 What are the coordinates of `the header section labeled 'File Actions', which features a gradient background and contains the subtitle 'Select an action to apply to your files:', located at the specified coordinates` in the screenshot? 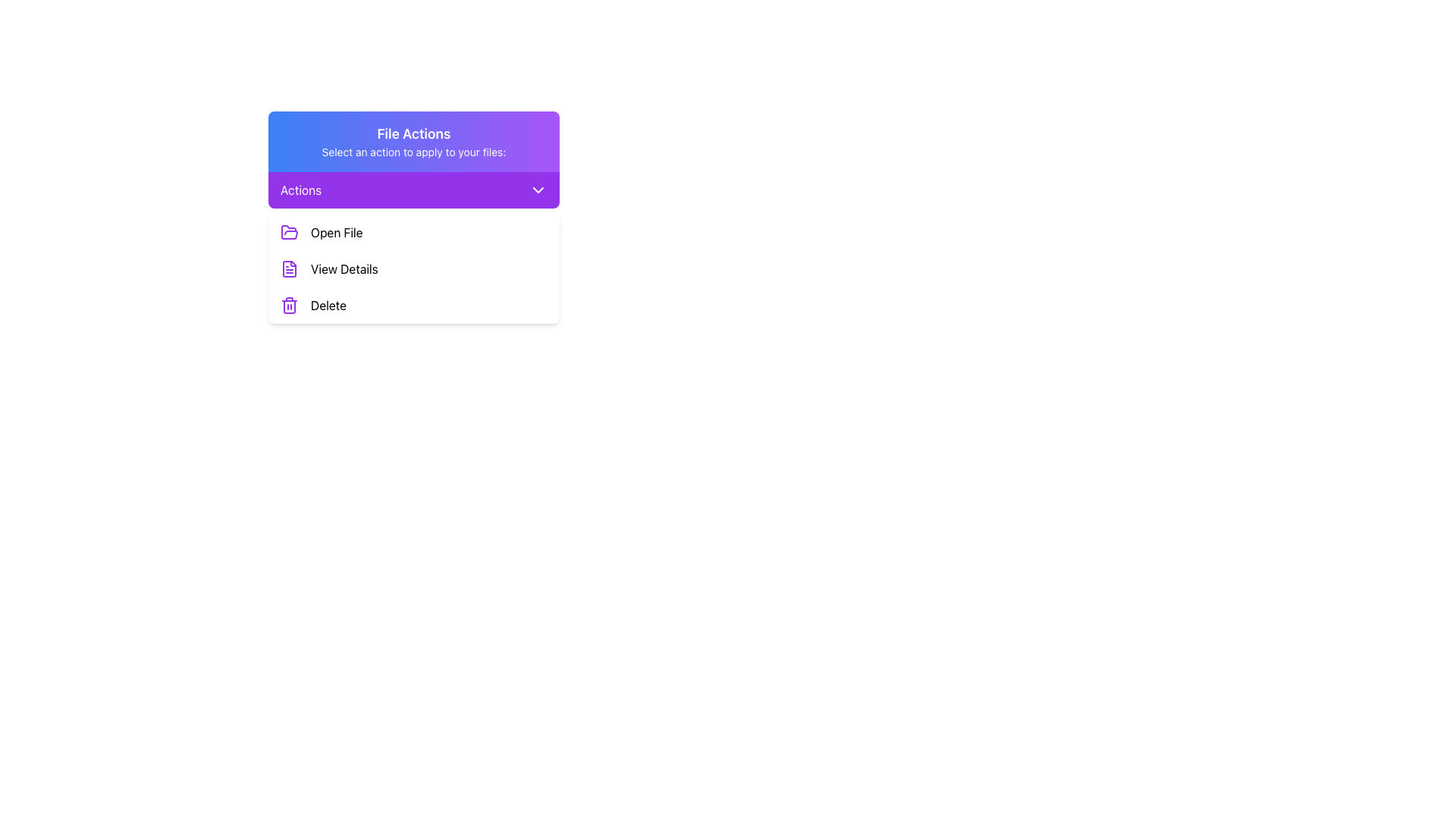 It's located at (414, 141).